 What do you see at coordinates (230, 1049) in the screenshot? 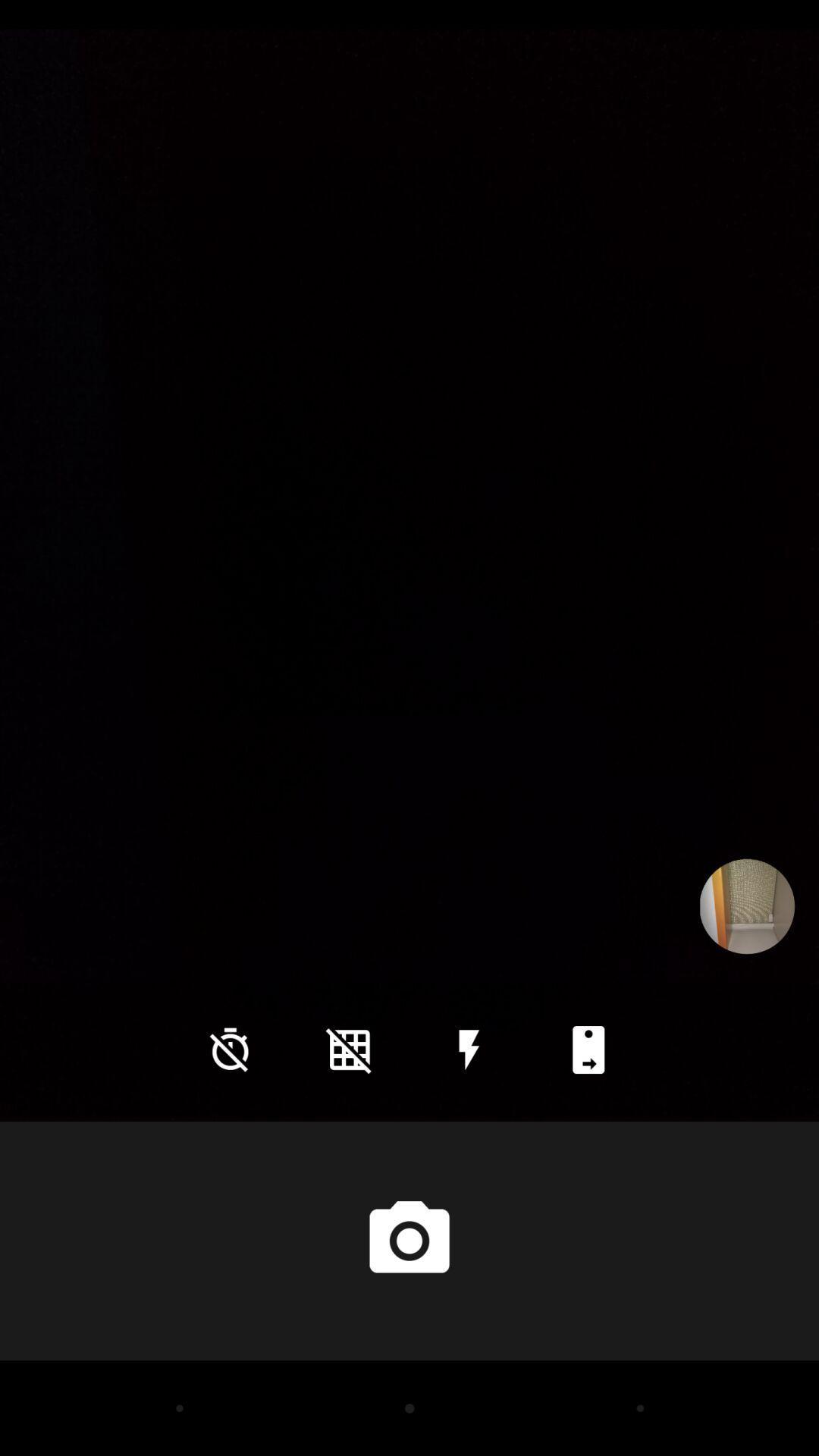
I see `the item at the bottom left corner` at bounding box center [230, 1049].